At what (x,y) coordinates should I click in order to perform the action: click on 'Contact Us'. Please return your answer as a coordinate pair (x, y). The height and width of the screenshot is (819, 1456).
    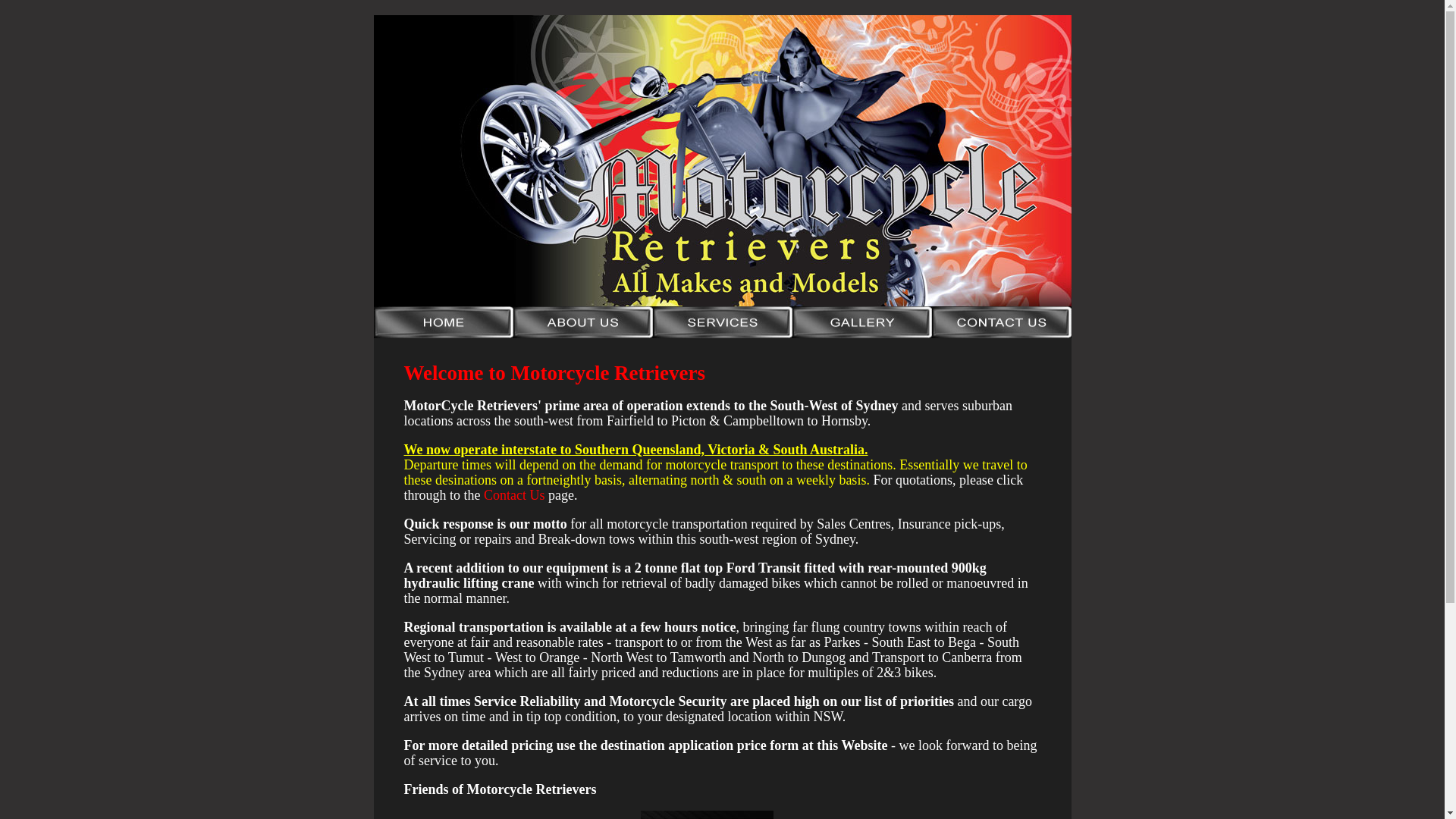
    Looking at the image, I should click on (483, 494).